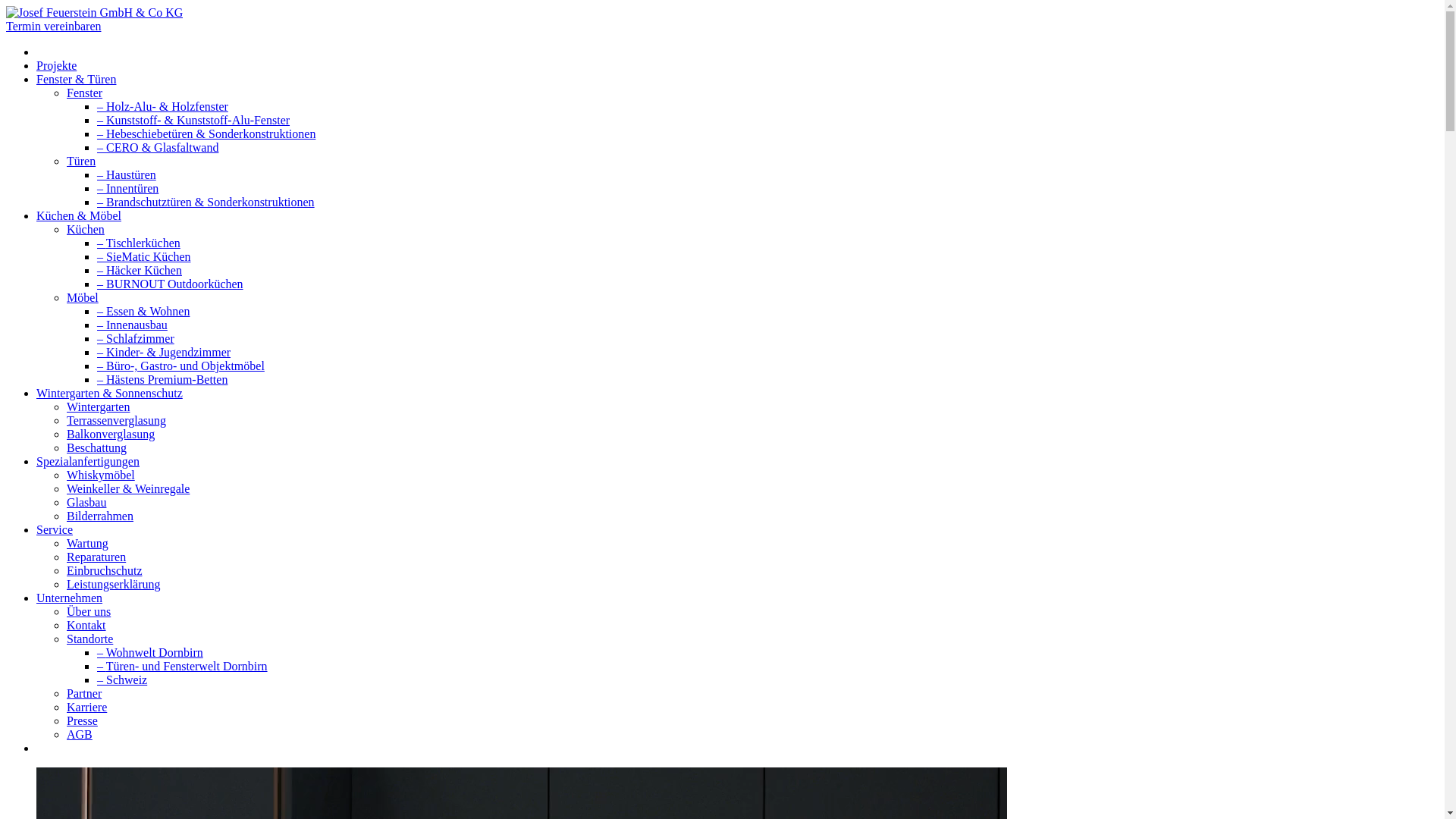  Describe the element at coordinates (53, 26) in the screenshot. I see `'Termin vereinbaren'` at that location.